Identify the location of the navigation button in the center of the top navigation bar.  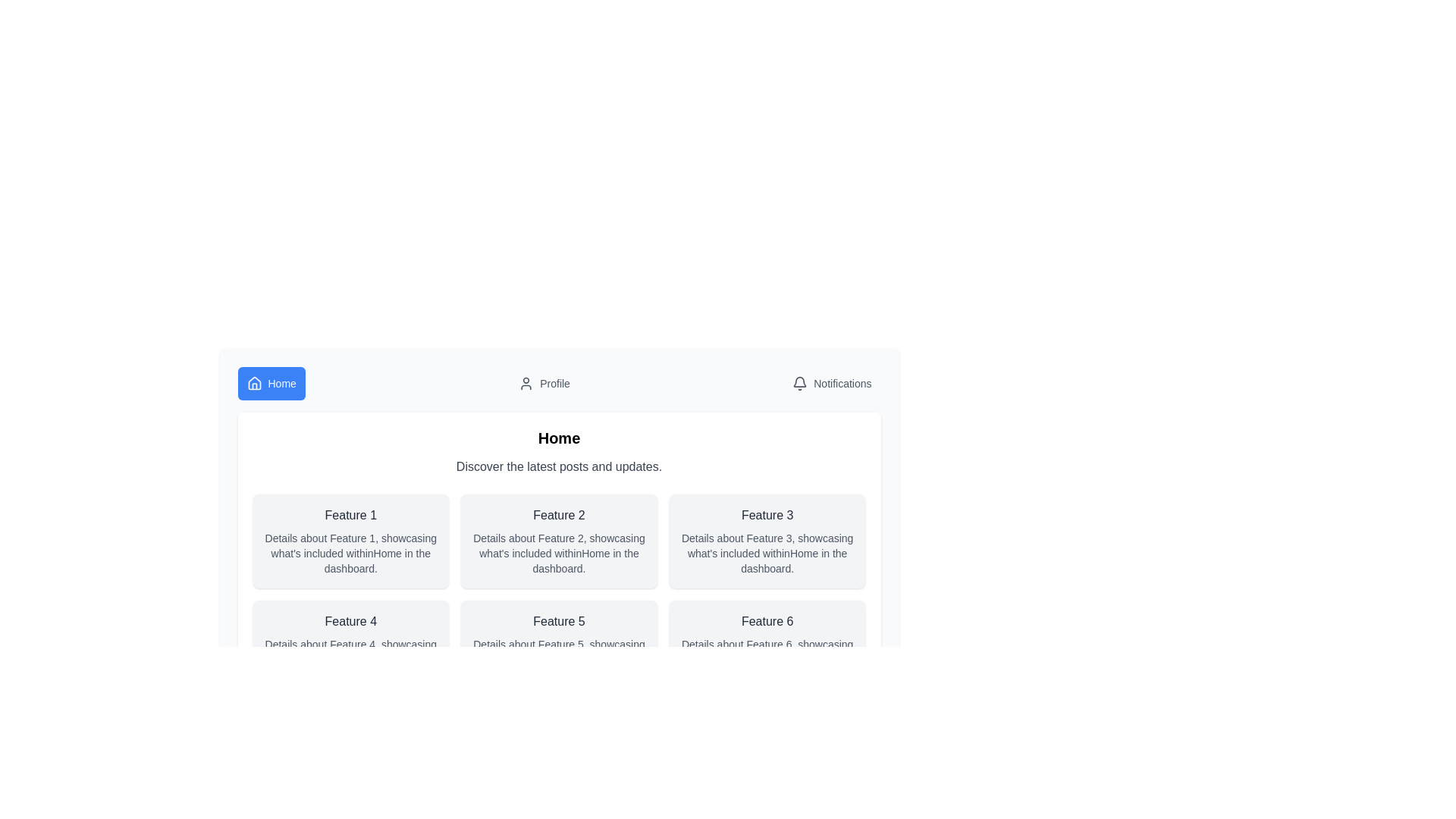
(544, 382).